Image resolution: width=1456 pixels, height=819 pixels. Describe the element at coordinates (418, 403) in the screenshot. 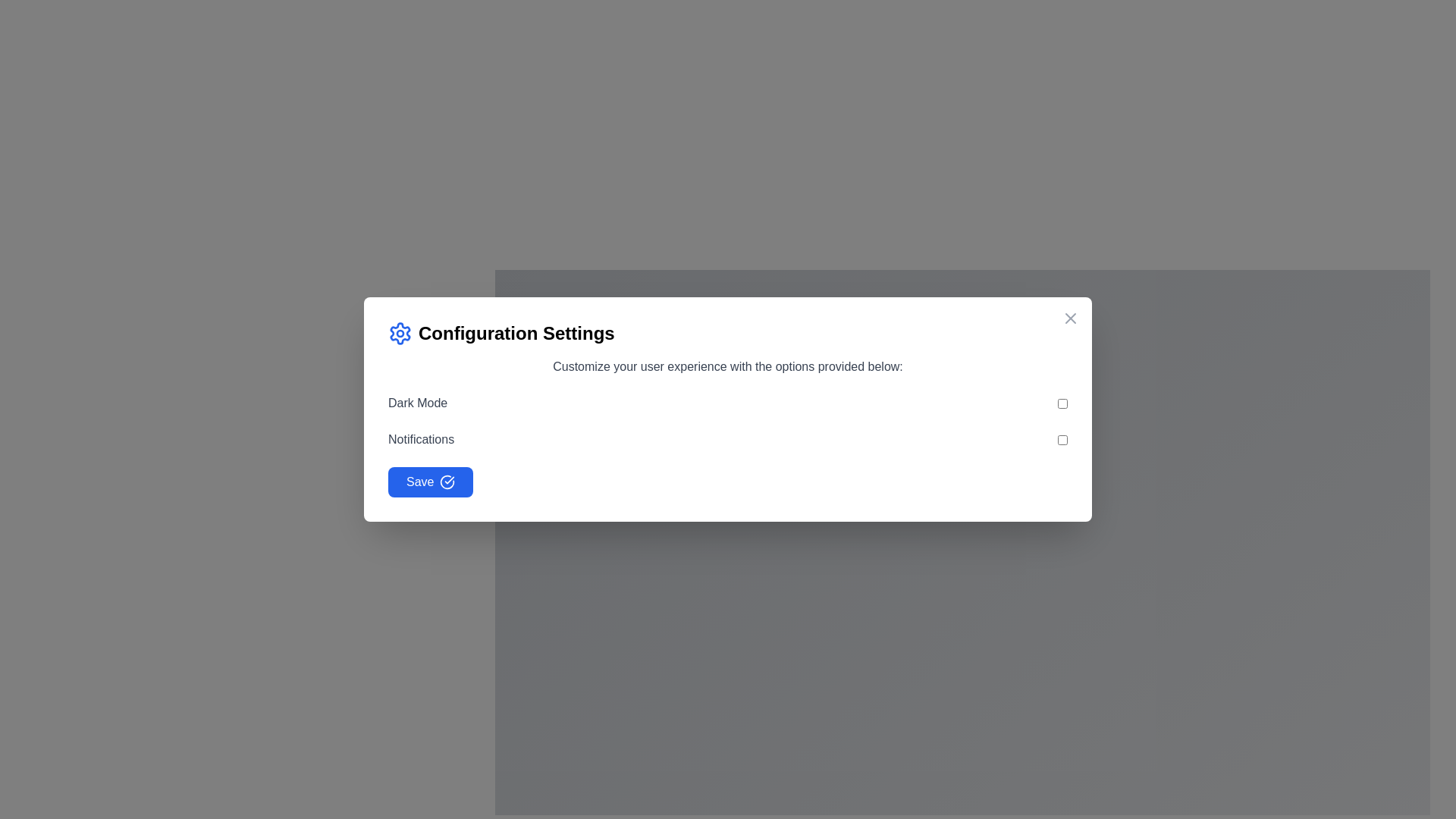

I see `the text label that indicates the purpose of the adjacent toggle switch, which is the first text label in a vertical list of configuration options in the modal` at that location.